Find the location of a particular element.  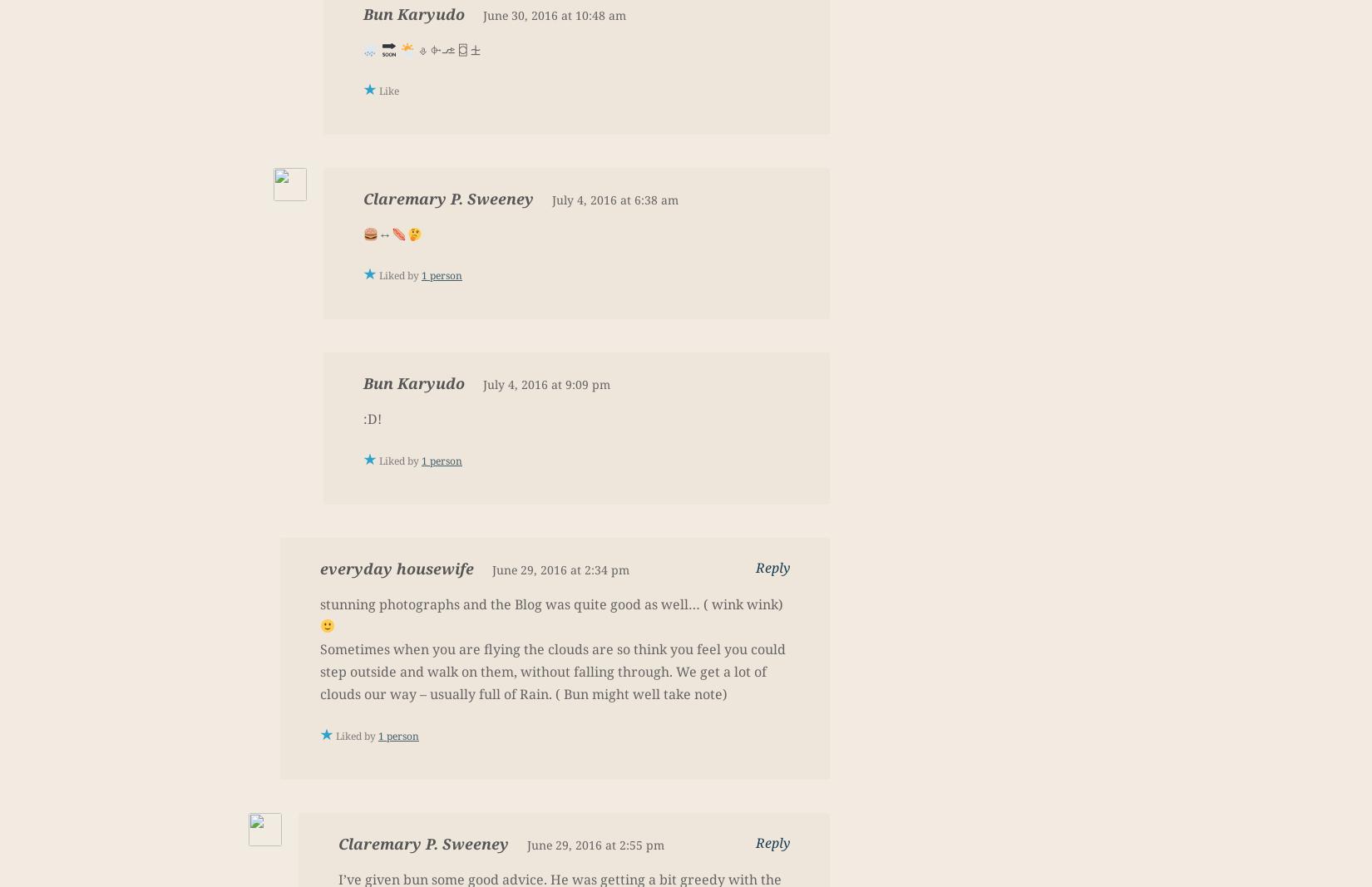

'June 29, 2016 at 2:34 pm' is located at coordinates (560, 569).